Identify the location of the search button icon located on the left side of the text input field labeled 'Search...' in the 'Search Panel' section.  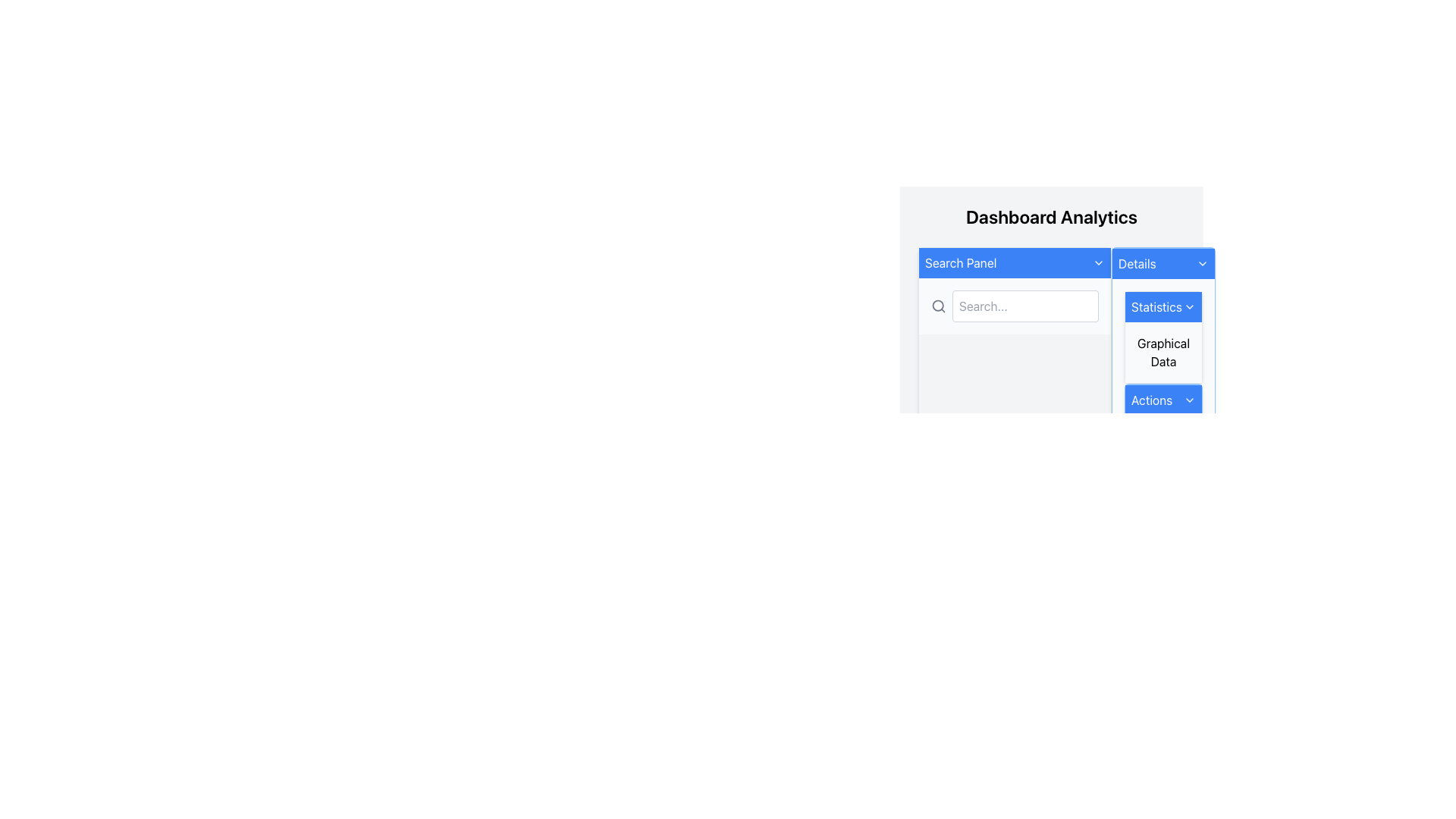
(938, 306).